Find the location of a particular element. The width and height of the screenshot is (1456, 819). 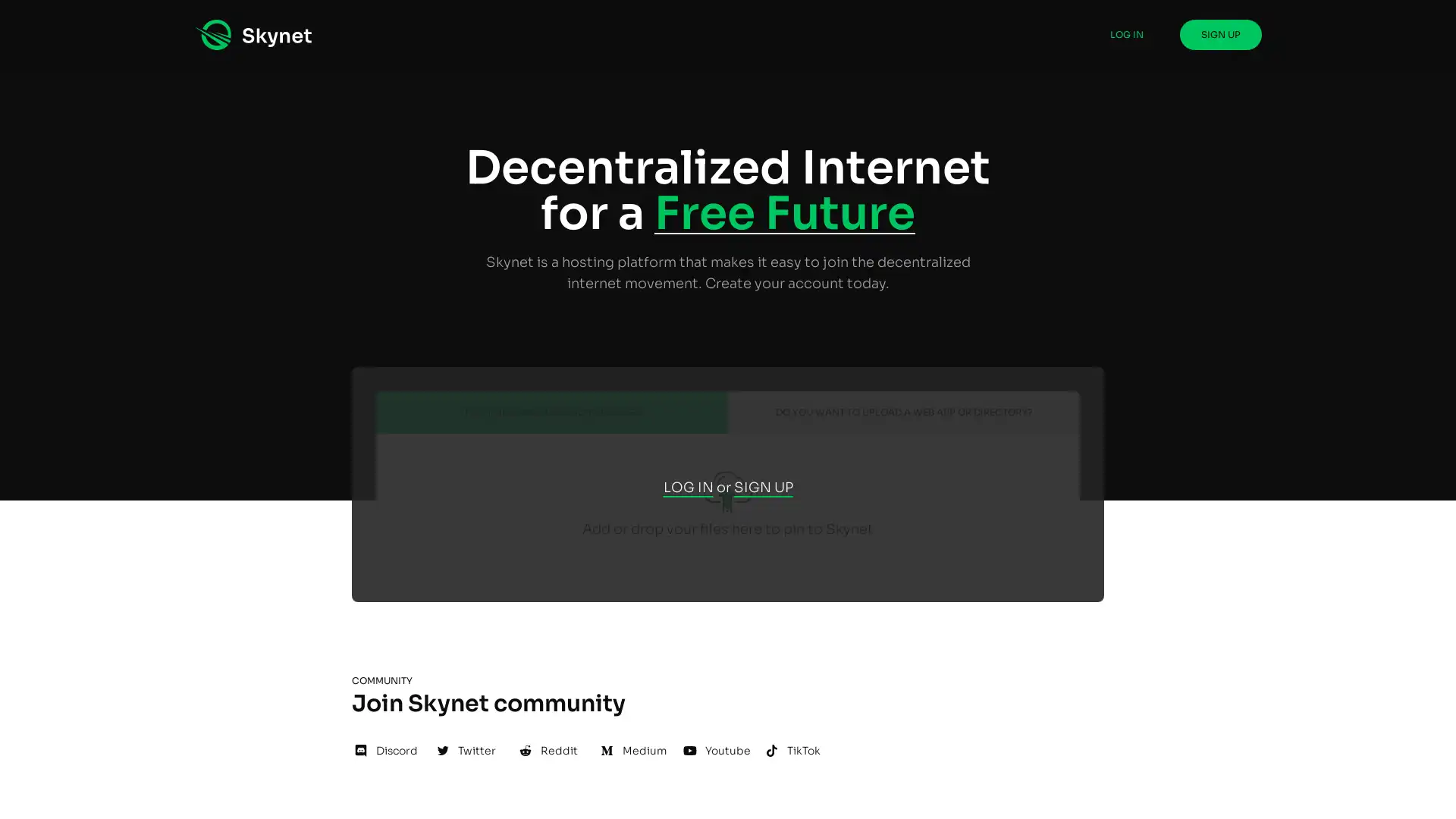

DO YOU WANT TO UPLOAD A WEB APP OR DIRECTORY? is located at coordinates (903, 412).